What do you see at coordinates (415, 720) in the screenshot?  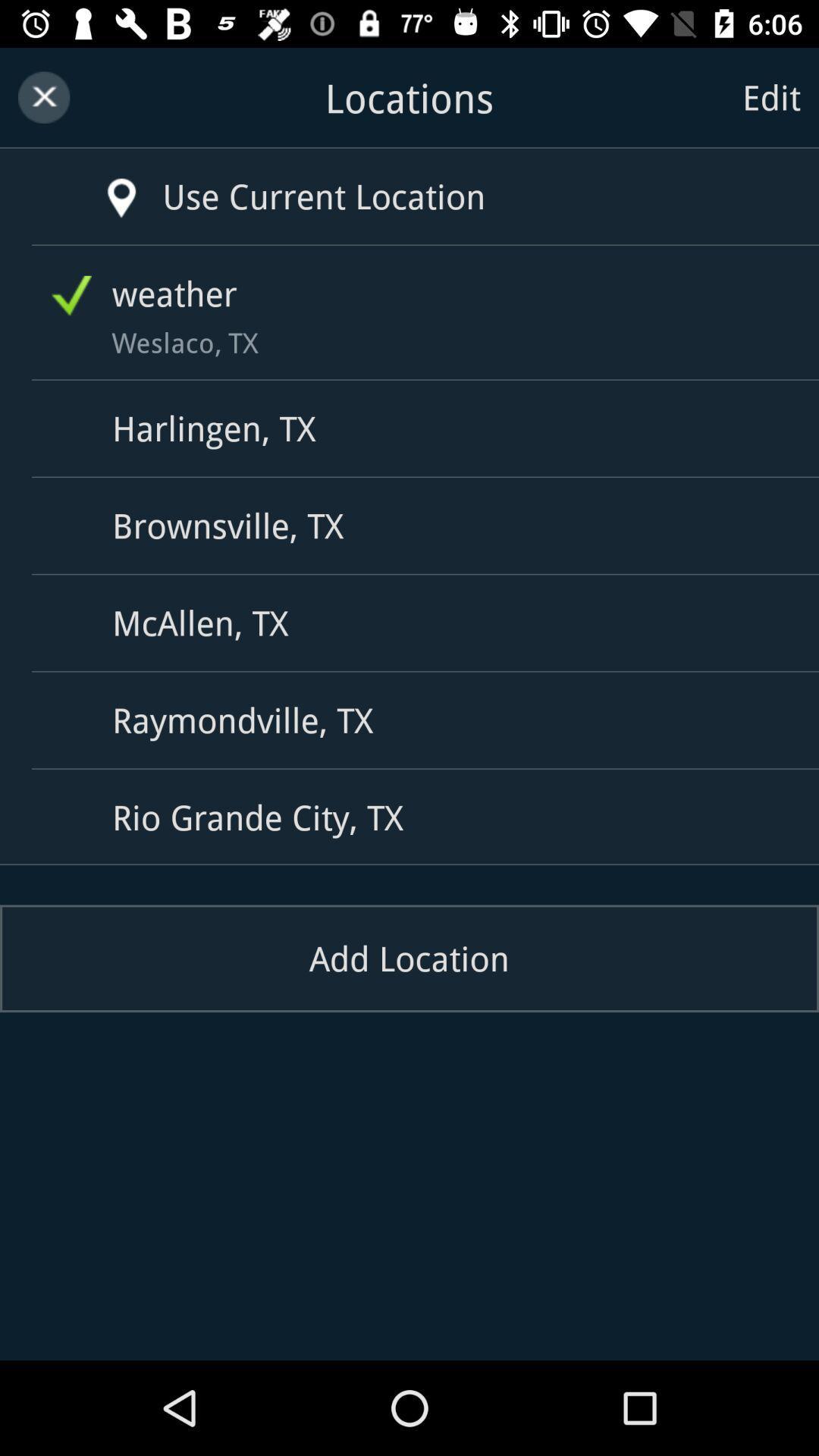 I see `text below mcallentx text` at bounding box center [415, 720].